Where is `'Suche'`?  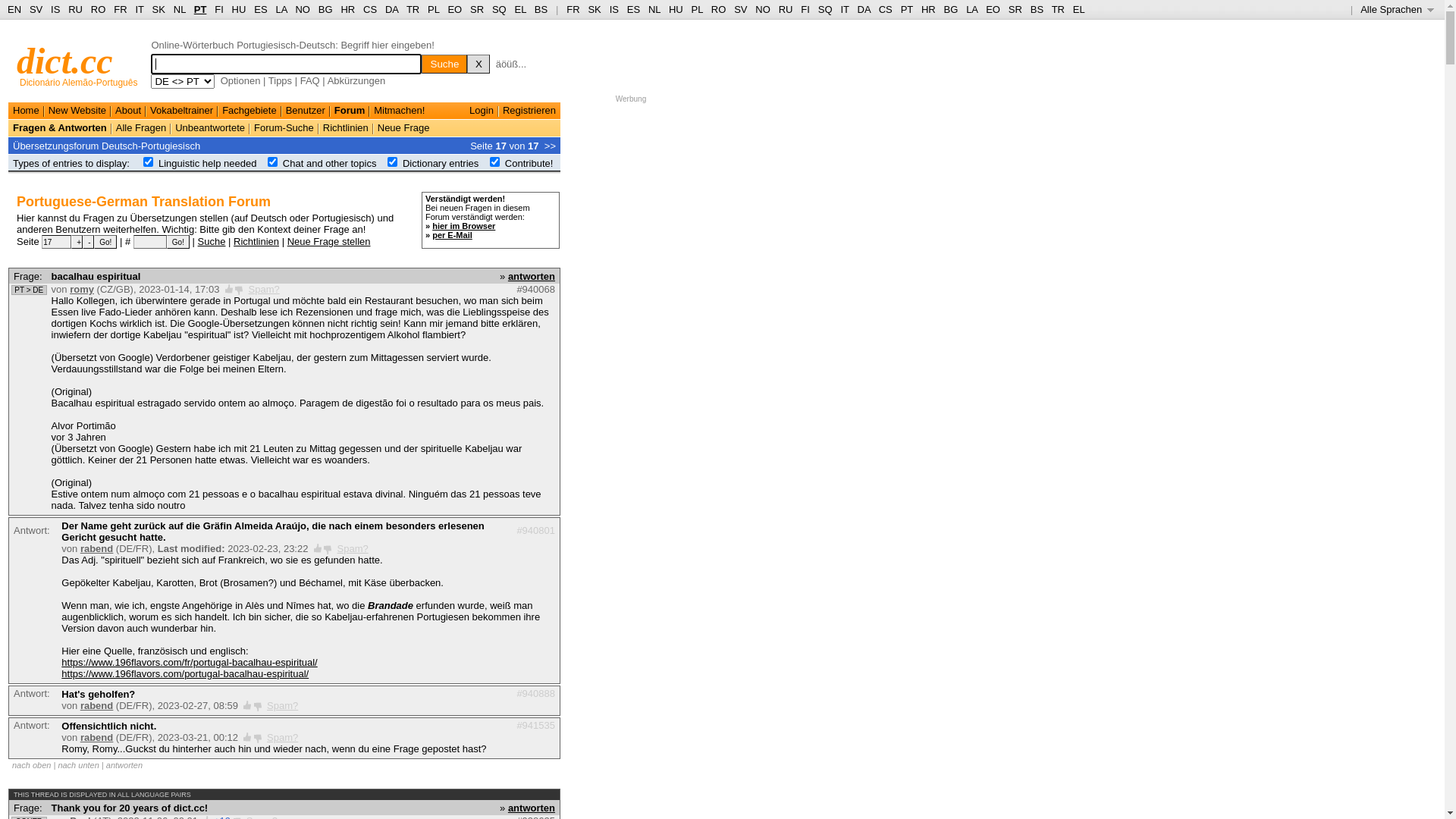
'Suche' is located at coordinates (443, 63).